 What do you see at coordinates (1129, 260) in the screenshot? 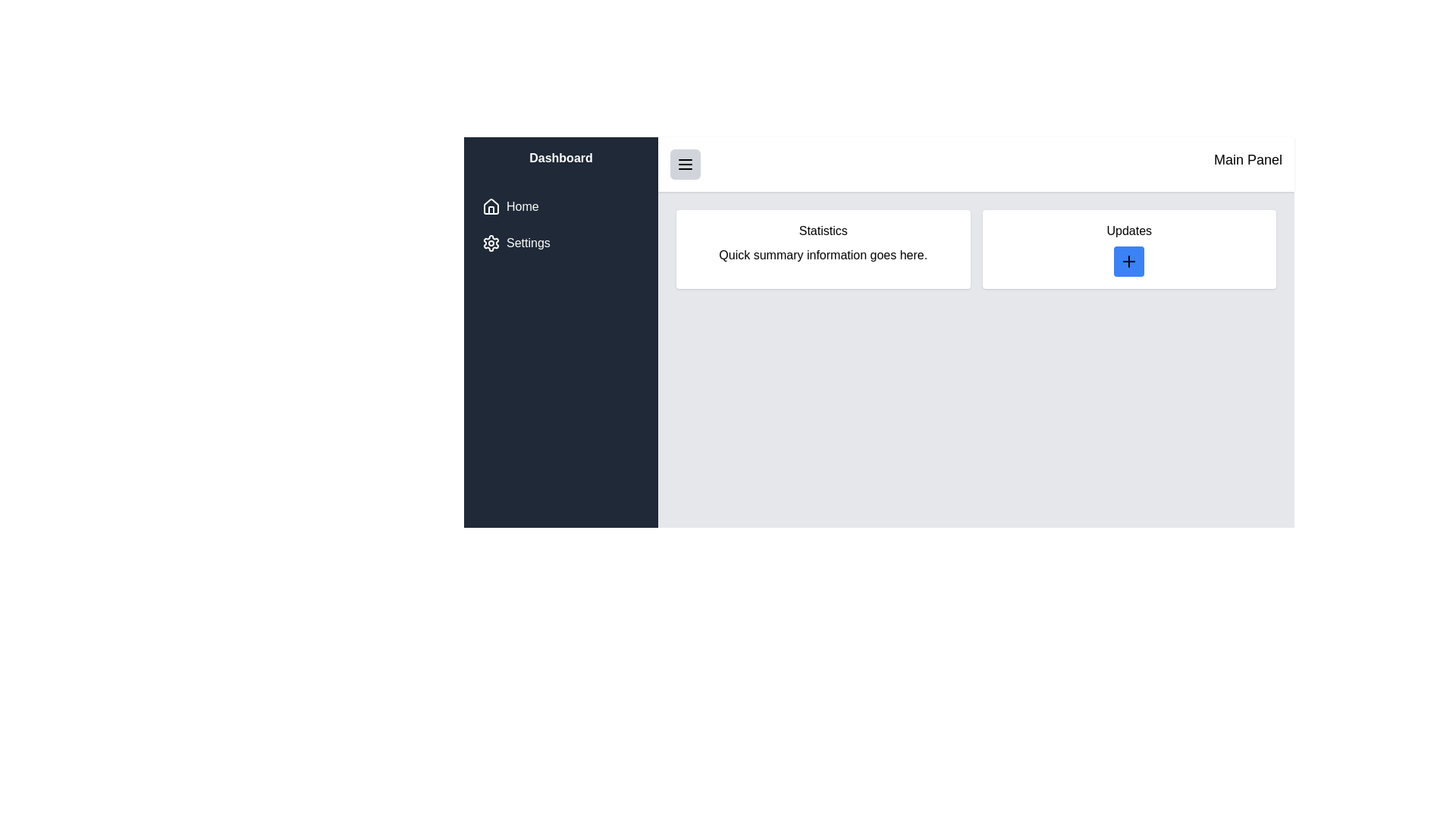
I see `the blue button with rounded corners and a '+' icon at its center, located beneath the 'Updates' text in the second column of the 'Updates' panel` at bounding box center [1129, 260].